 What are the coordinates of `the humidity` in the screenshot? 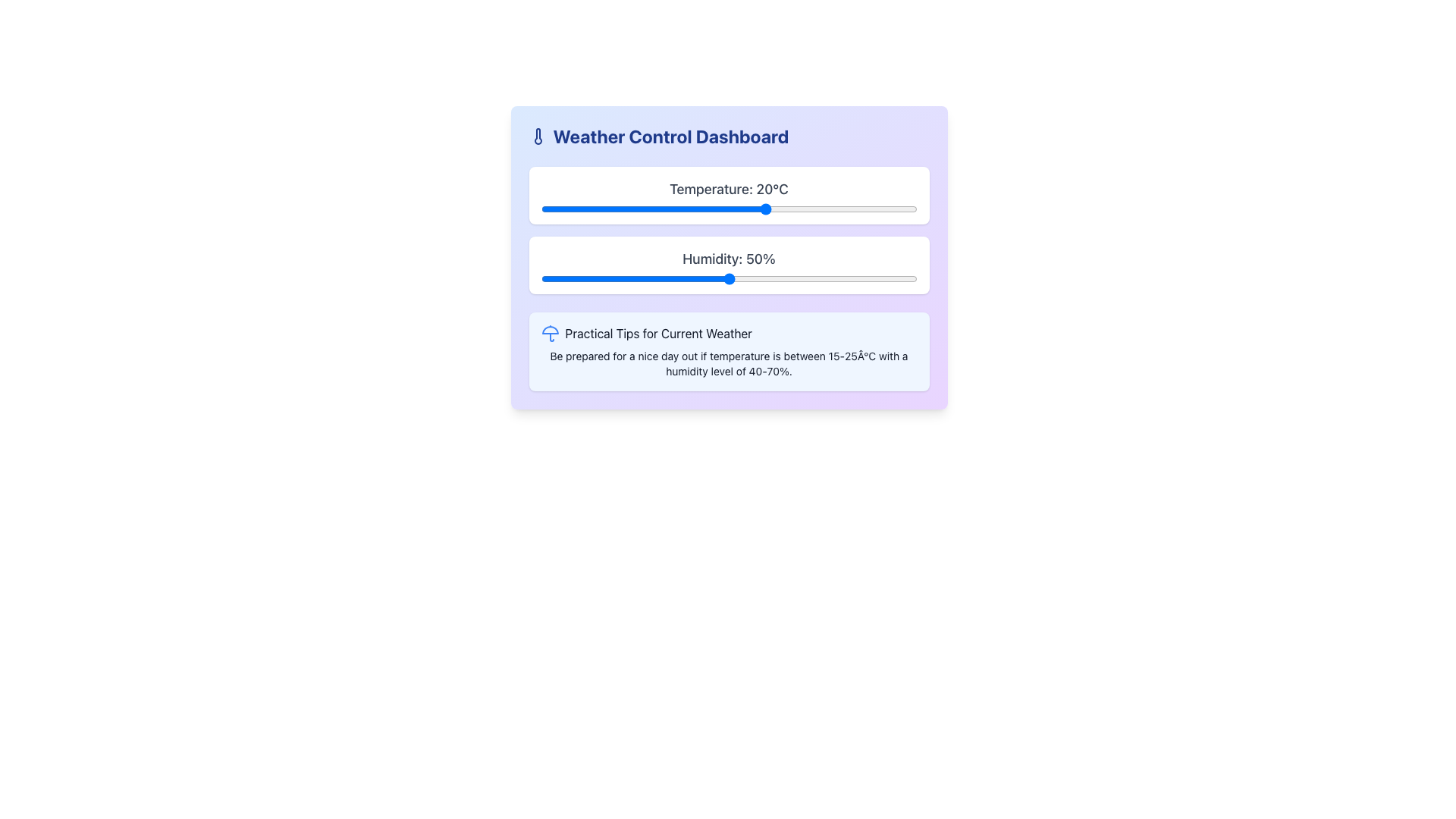 It's located at (814, 278).